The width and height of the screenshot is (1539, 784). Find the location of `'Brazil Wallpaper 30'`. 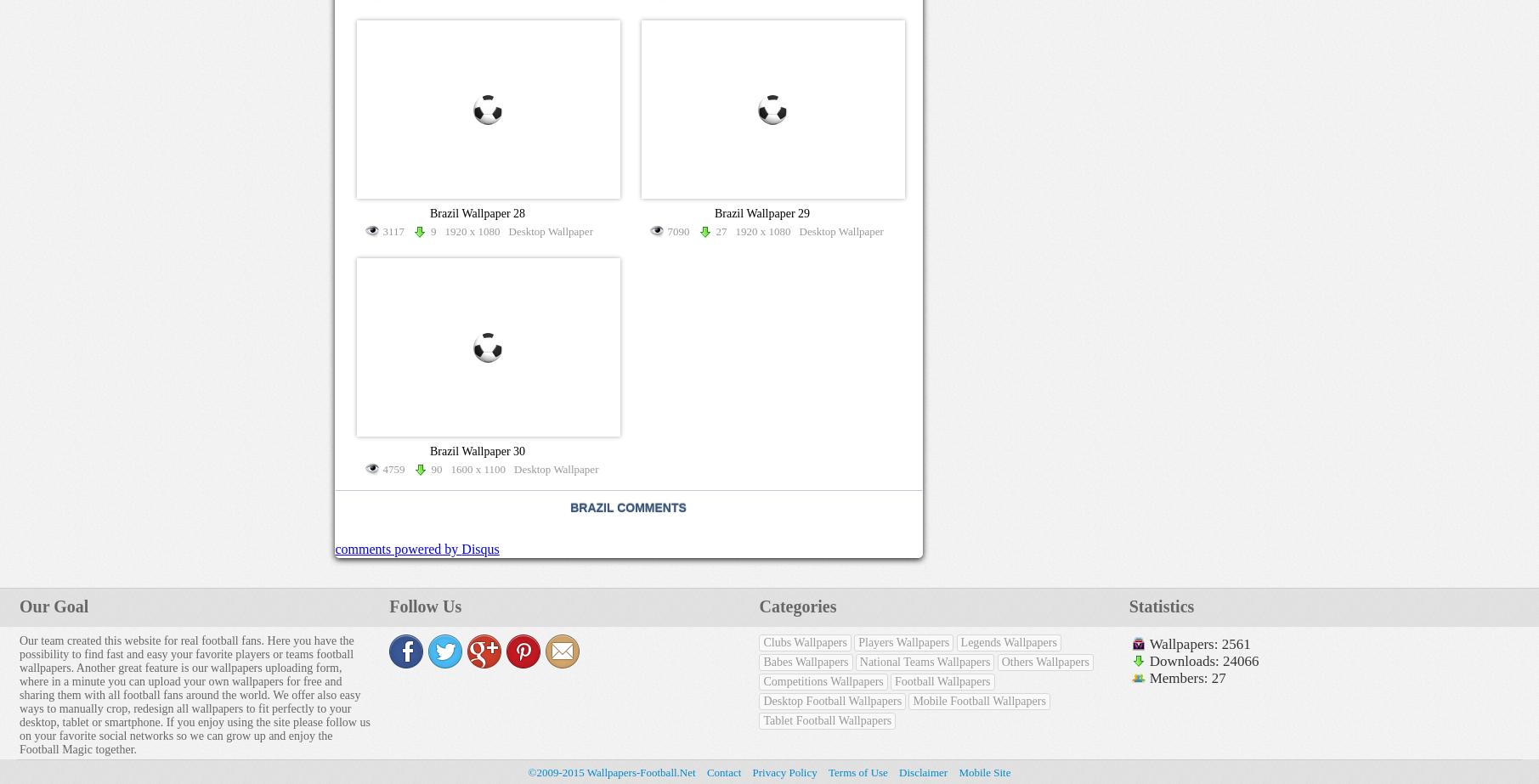

'Brazil Wallpaper 30' is located at coordinates (476, 450).